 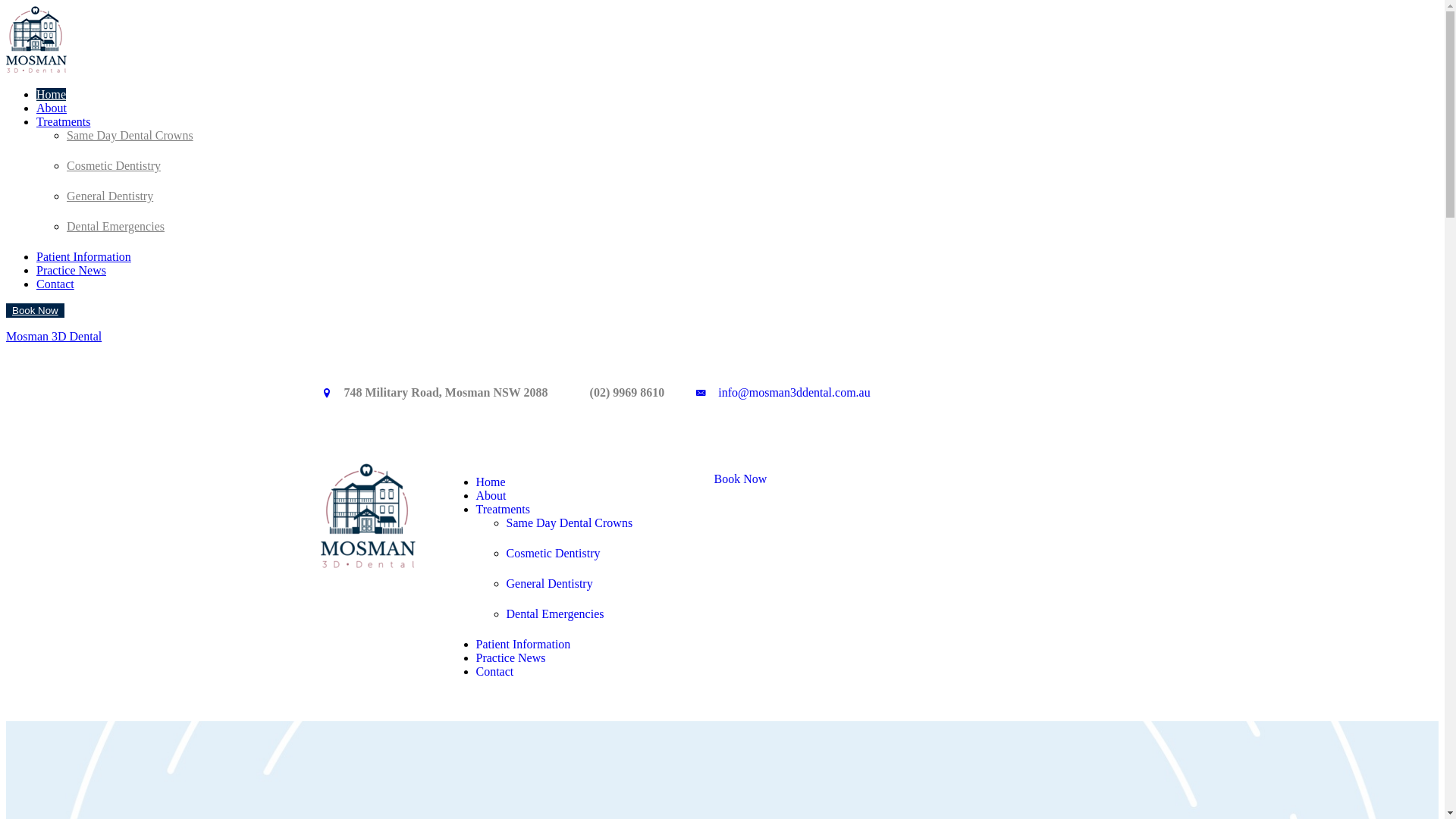 I want to click on 'Treatments', so click(x=62, y=121).